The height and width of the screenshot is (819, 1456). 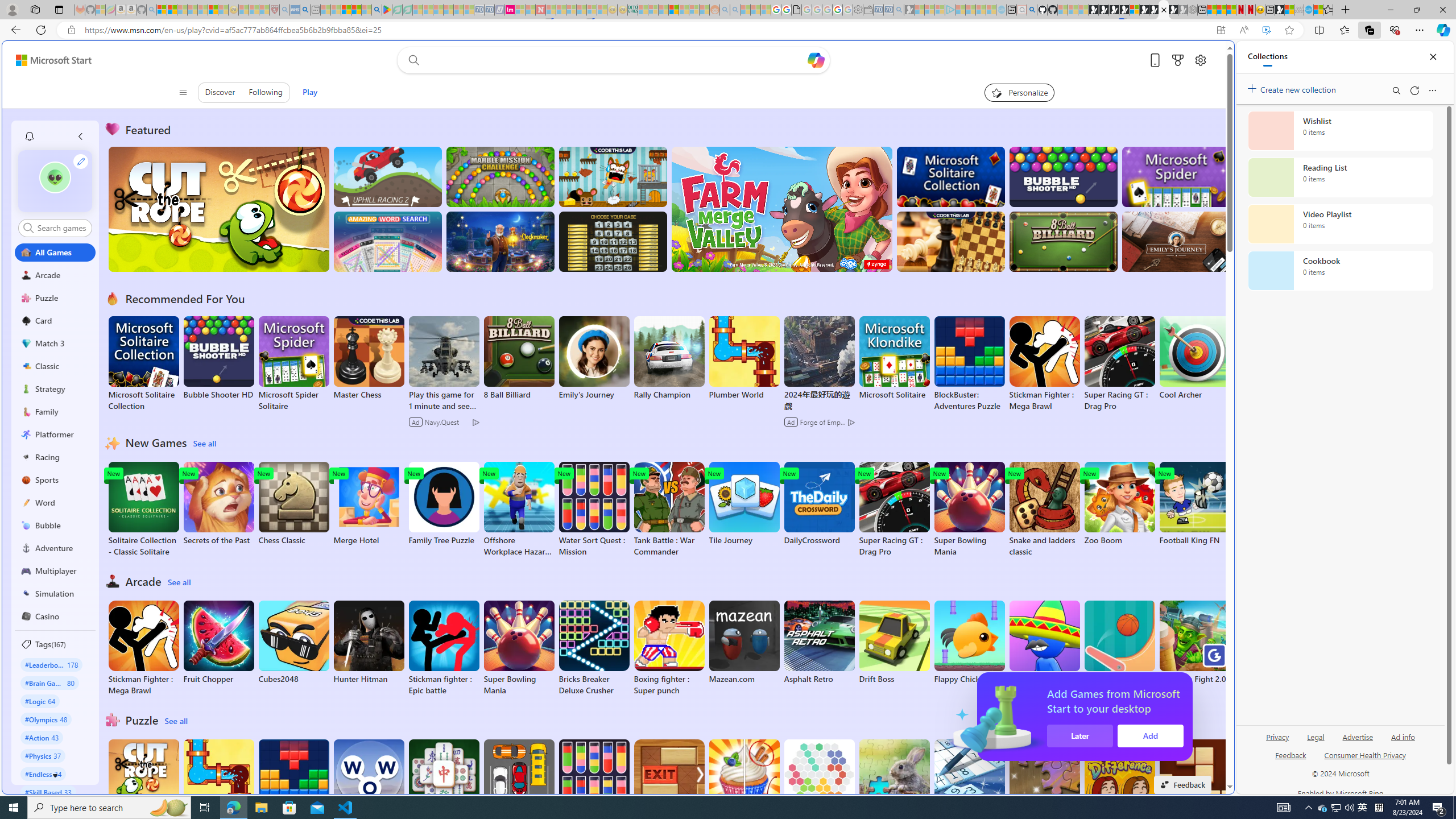 I want to click on 'Football King FN', so click(x=1194, y=503).